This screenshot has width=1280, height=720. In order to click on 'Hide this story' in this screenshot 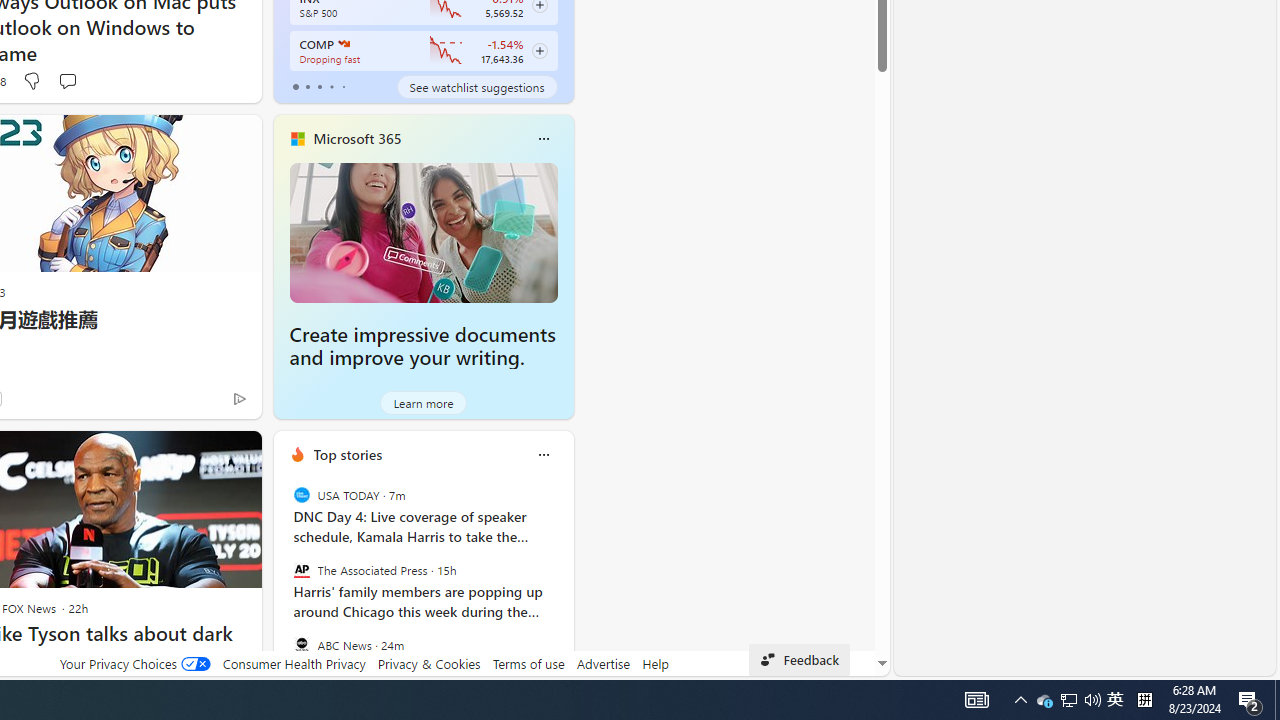, I will do `click(201, 455)`.